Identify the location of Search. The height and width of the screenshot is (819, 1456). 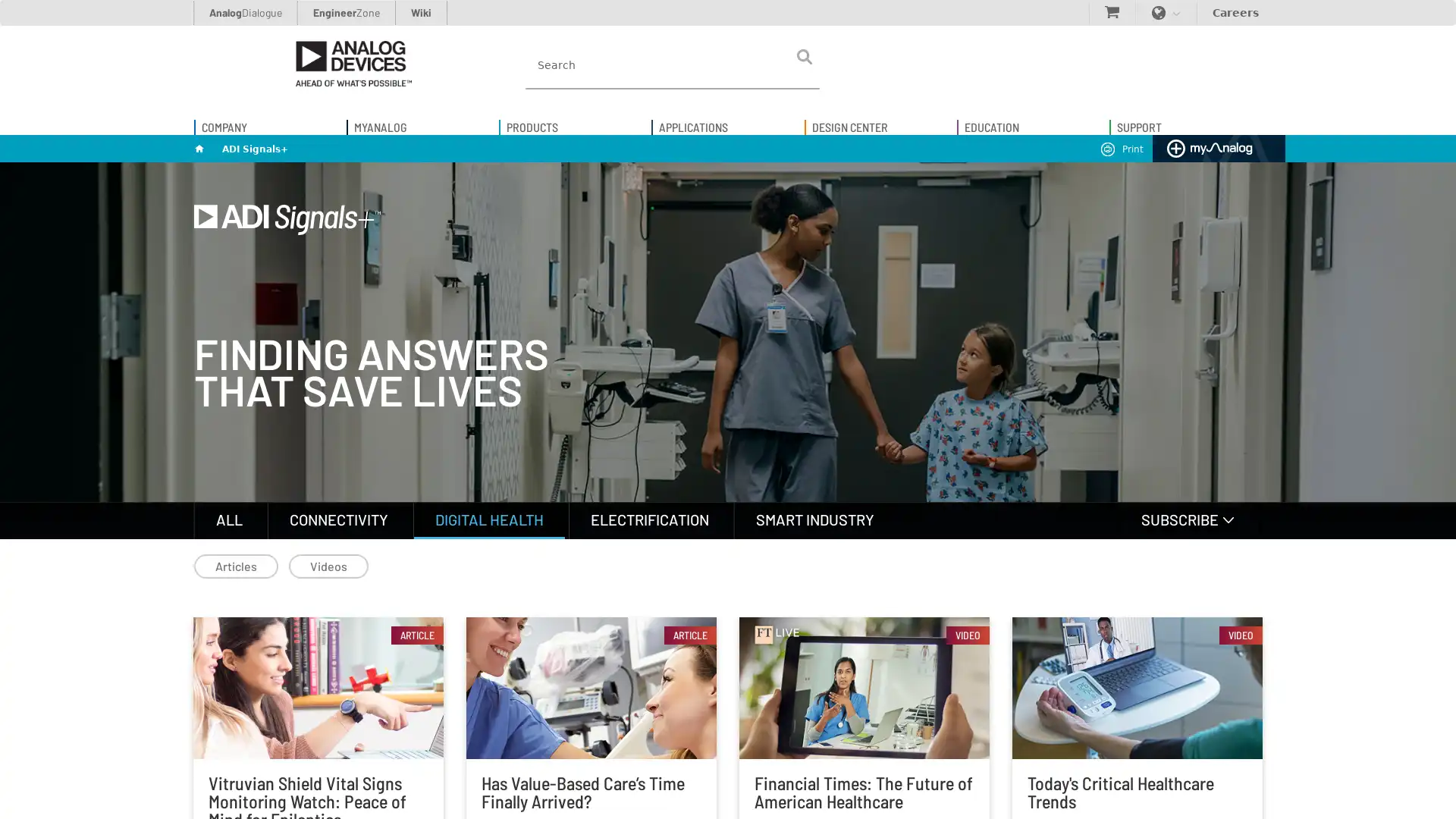
(803, 55).